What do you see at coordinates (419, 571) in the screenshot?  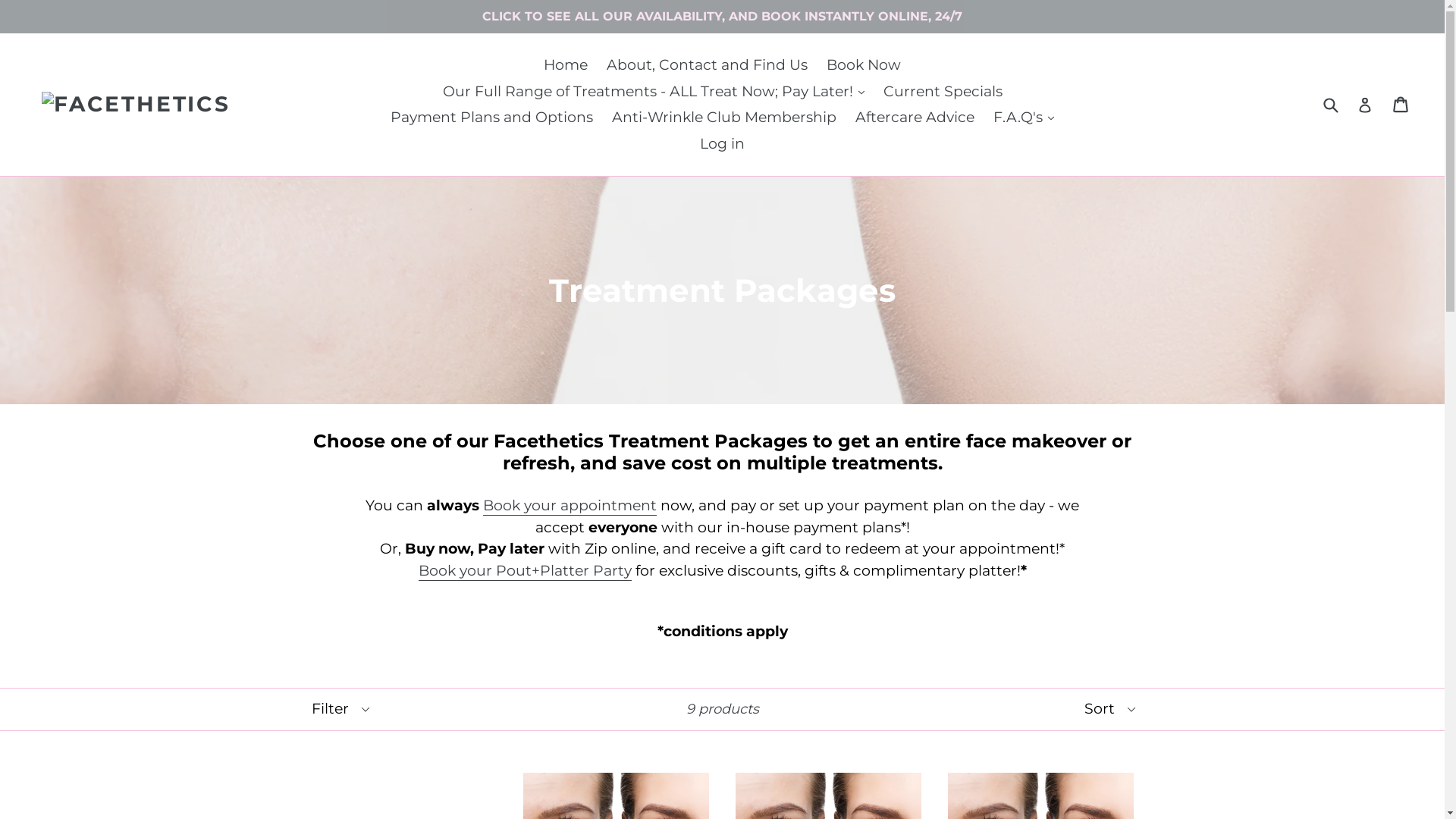 I see `'Book your Pout+Platter Party'` at bounding box center [419, 571].